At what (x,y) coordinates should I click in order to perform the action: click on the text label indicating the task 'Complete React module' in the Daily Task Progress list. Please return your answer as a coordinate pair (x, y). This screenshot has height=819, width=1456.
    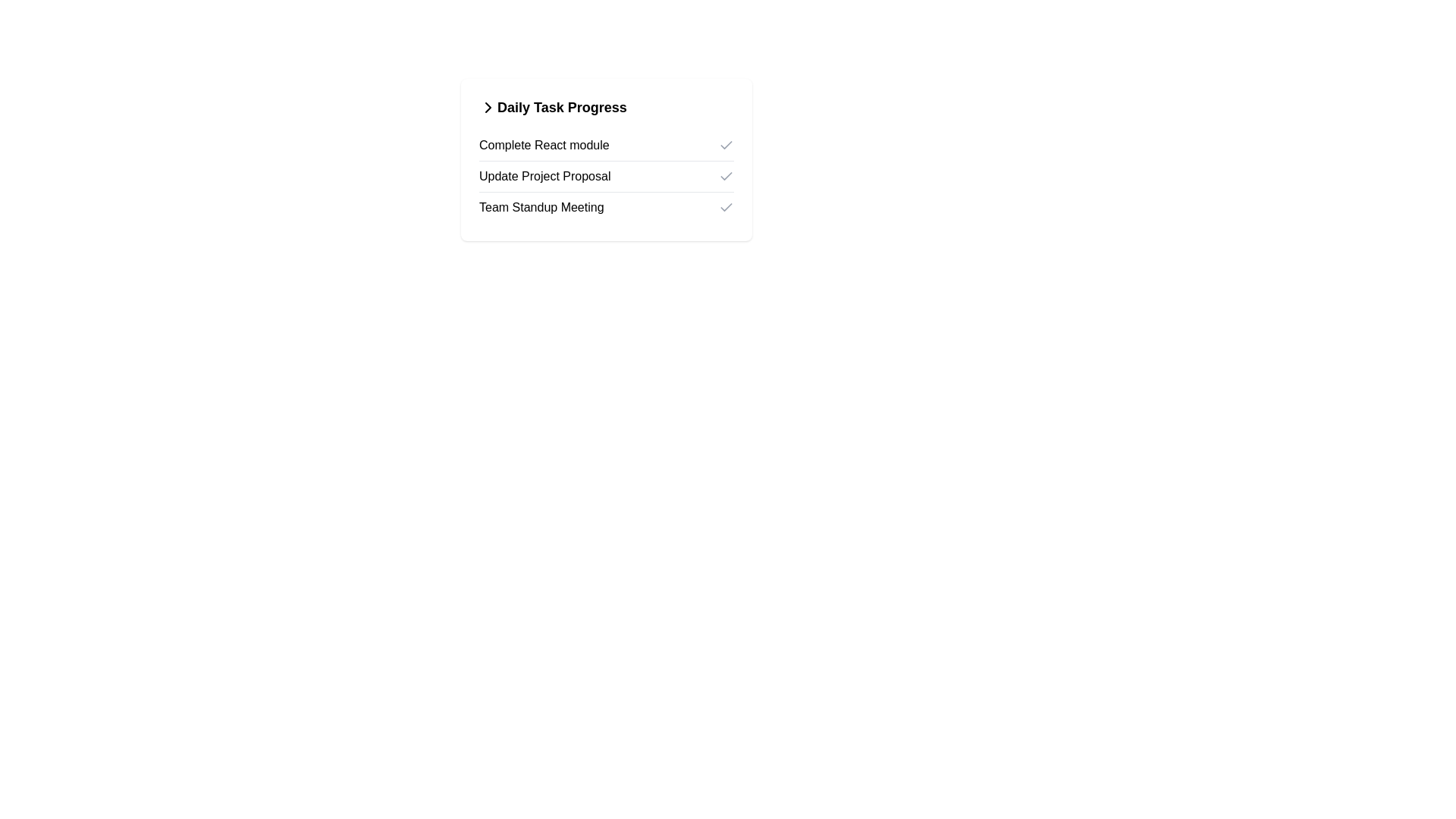
    Looking at the image, I should click on (544, 146).